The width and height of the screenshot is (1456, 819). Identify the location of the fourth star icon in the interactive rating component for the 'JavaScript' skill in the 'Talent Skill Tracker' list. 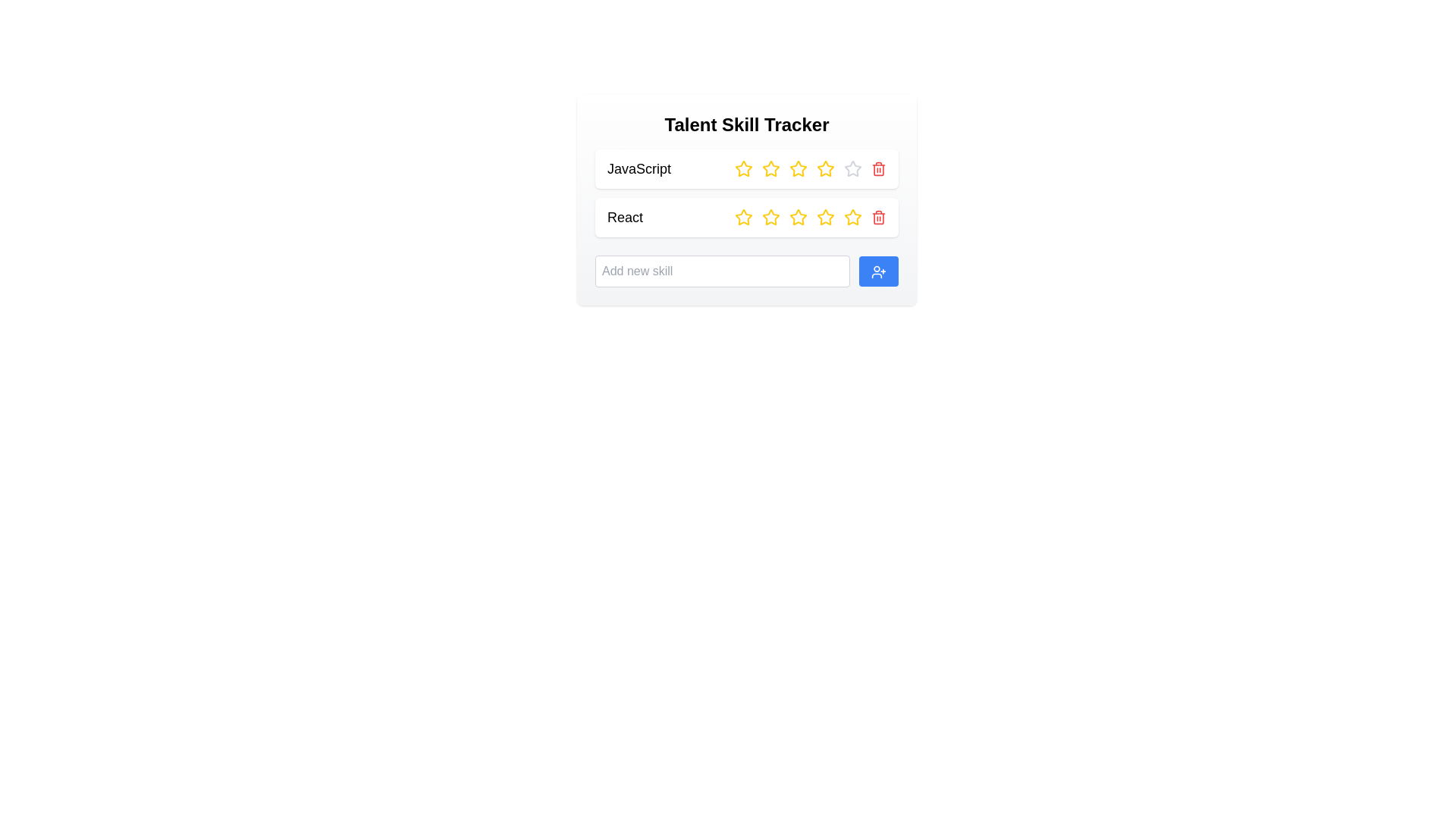
(797, 169).